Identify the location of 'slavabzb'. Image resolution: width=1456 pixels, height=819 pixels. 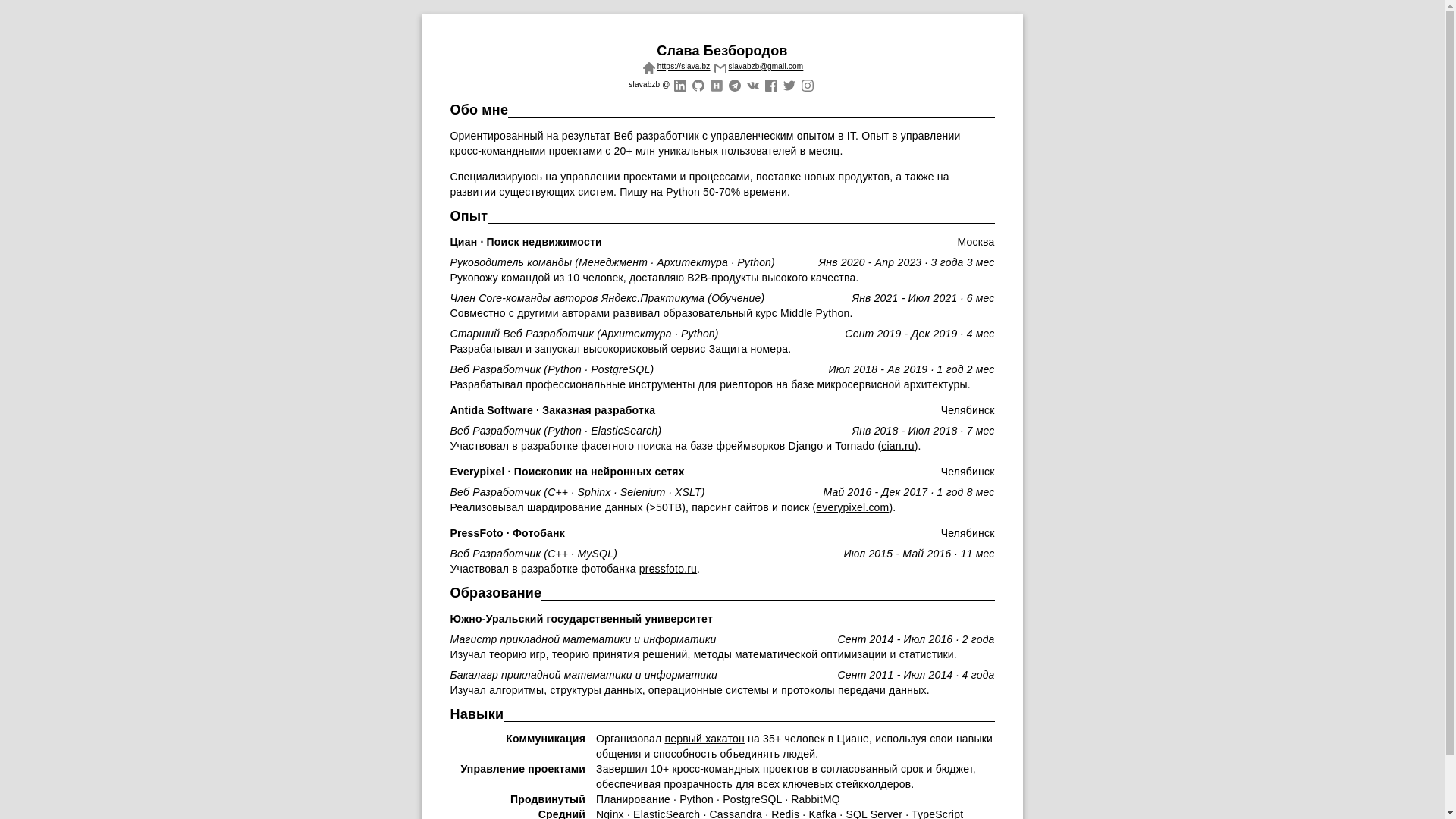
(770, 83).